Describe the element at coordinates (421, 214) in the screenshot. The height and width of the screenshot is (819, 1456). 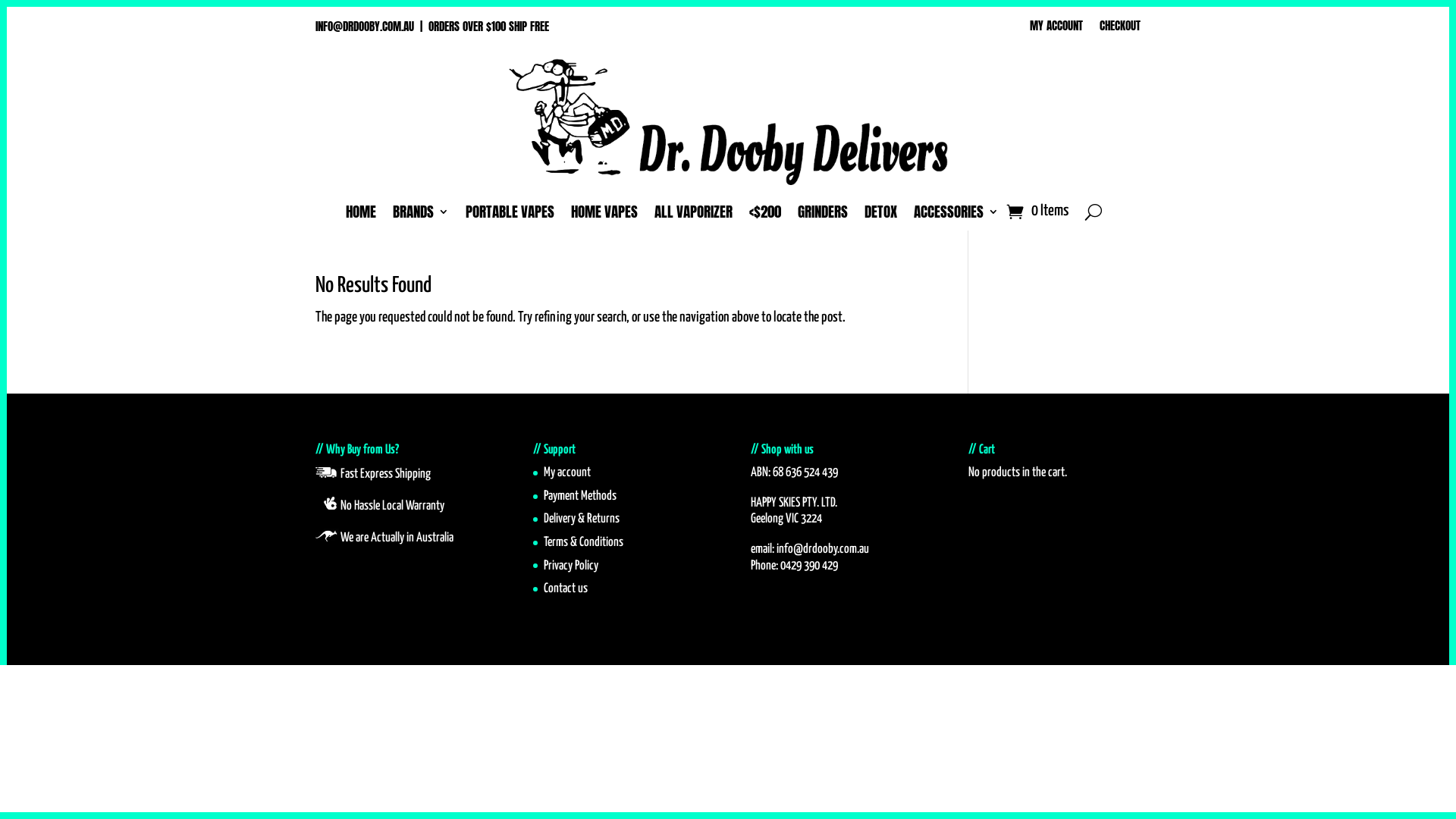
I see `'BRANDS'` at that location.